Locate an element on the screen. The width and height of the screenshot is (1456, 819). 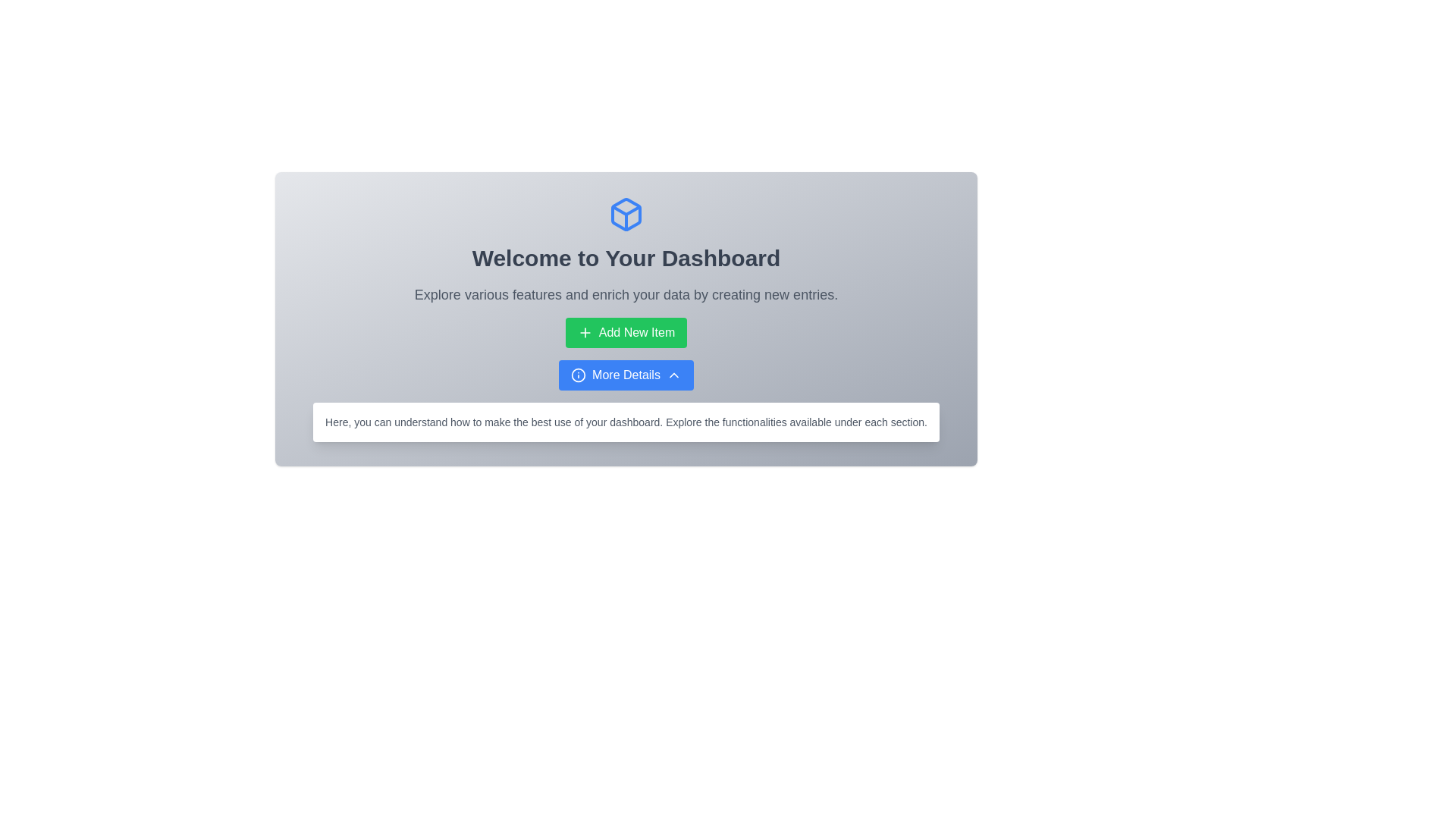
the information icon, which is a small circular icon with a white outline and blue interior containing a white 'i' symbol, located to the left of the text label within the 'More Details' button, positioned below the 'Add New Item' button is located at coordinates (578, 375).